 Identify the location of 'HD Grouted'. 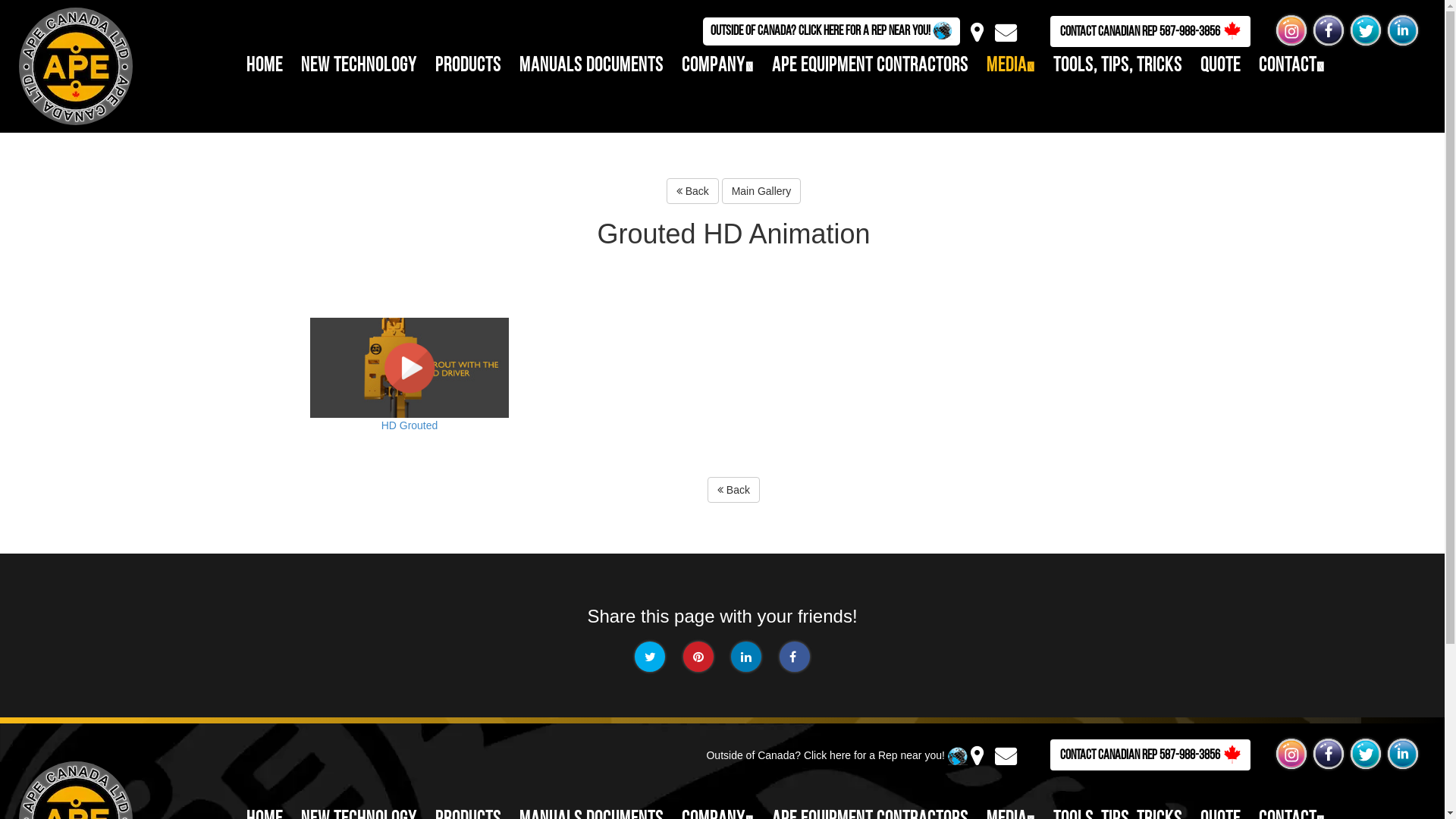
(409, 393).